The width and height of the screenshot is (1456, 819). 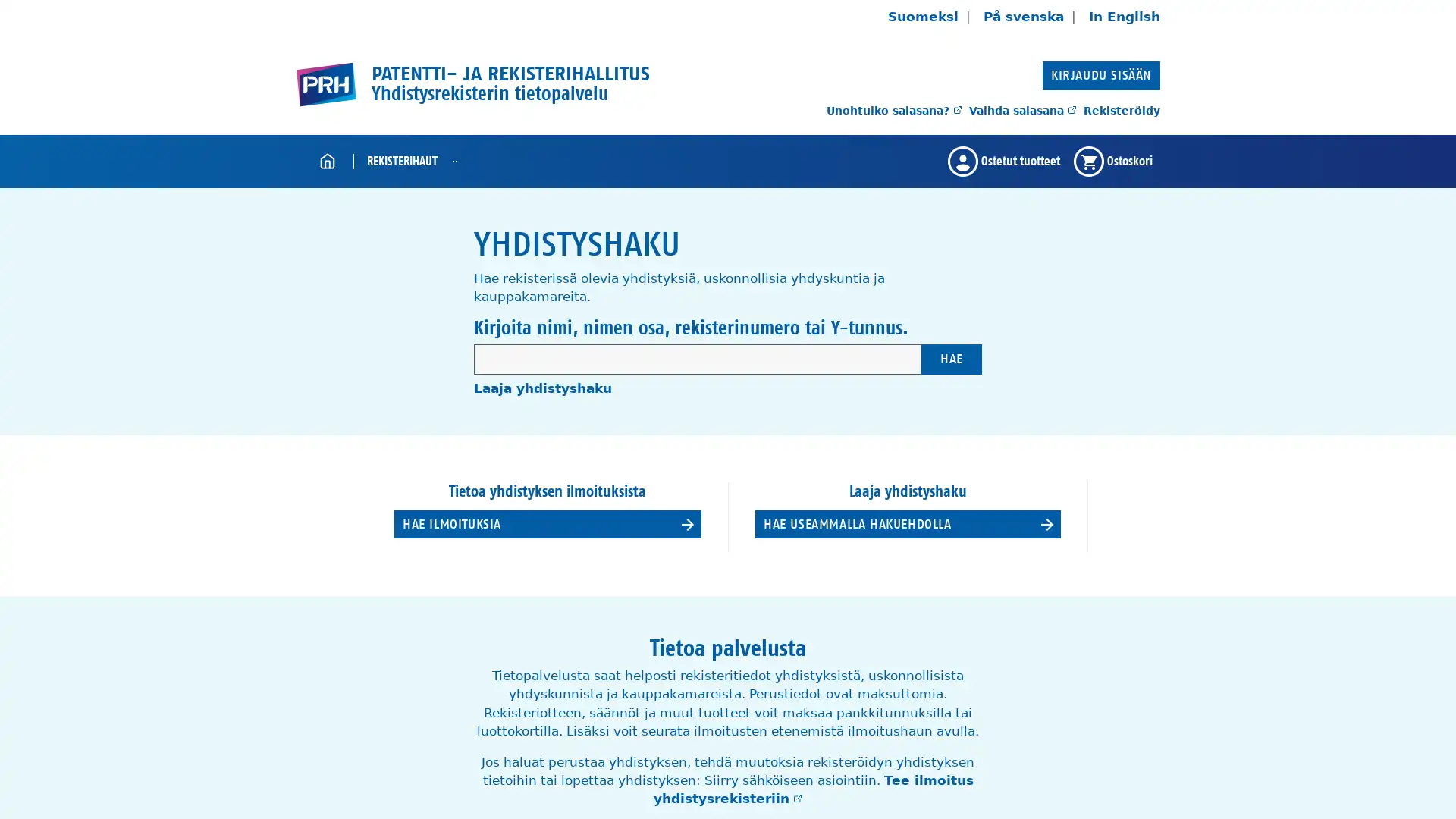 I want to click on HAE, so click(x=950, y=359).